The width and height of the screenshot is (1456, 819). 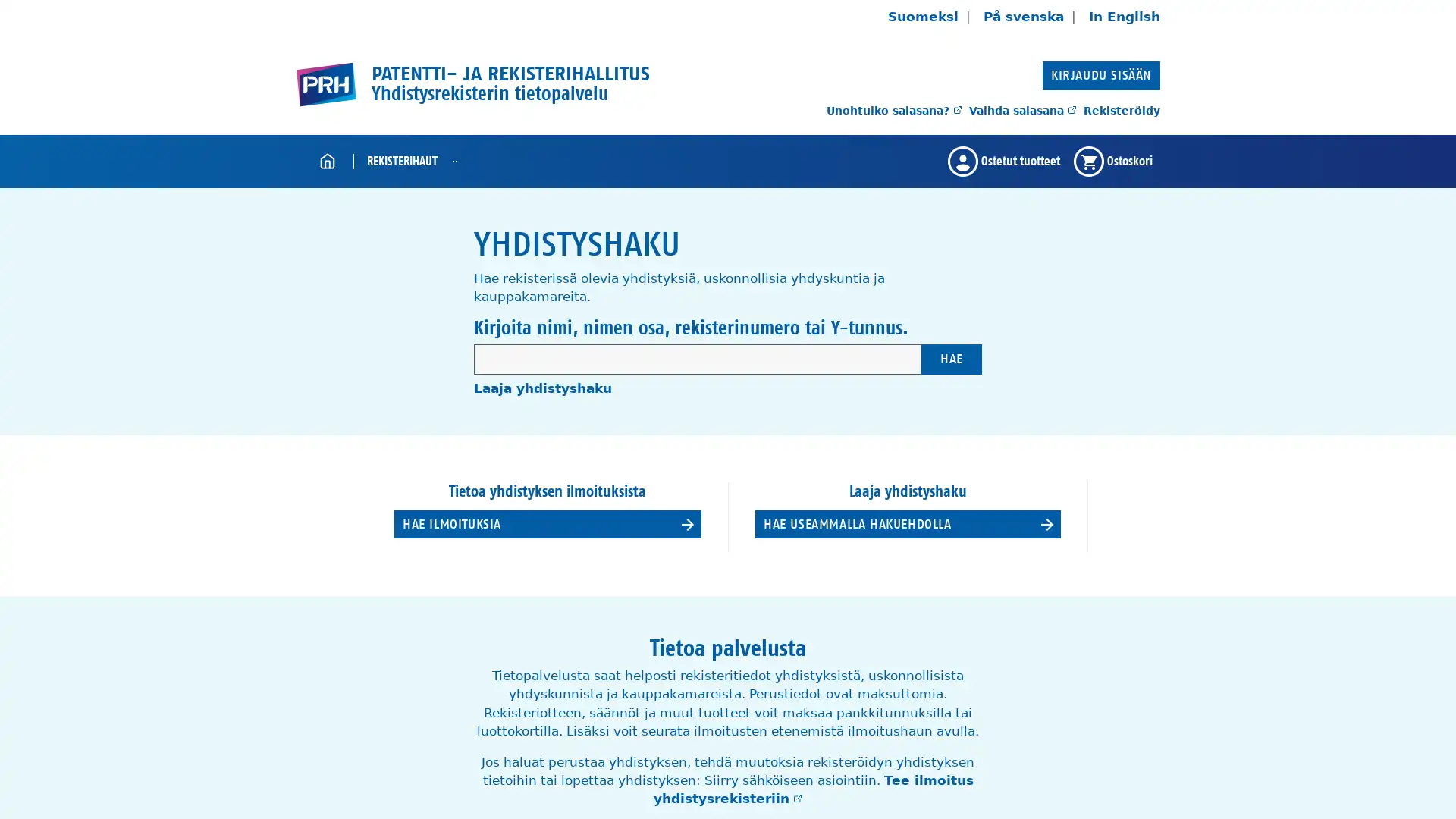 I want to click on HAE, so click(x=950, y=359).